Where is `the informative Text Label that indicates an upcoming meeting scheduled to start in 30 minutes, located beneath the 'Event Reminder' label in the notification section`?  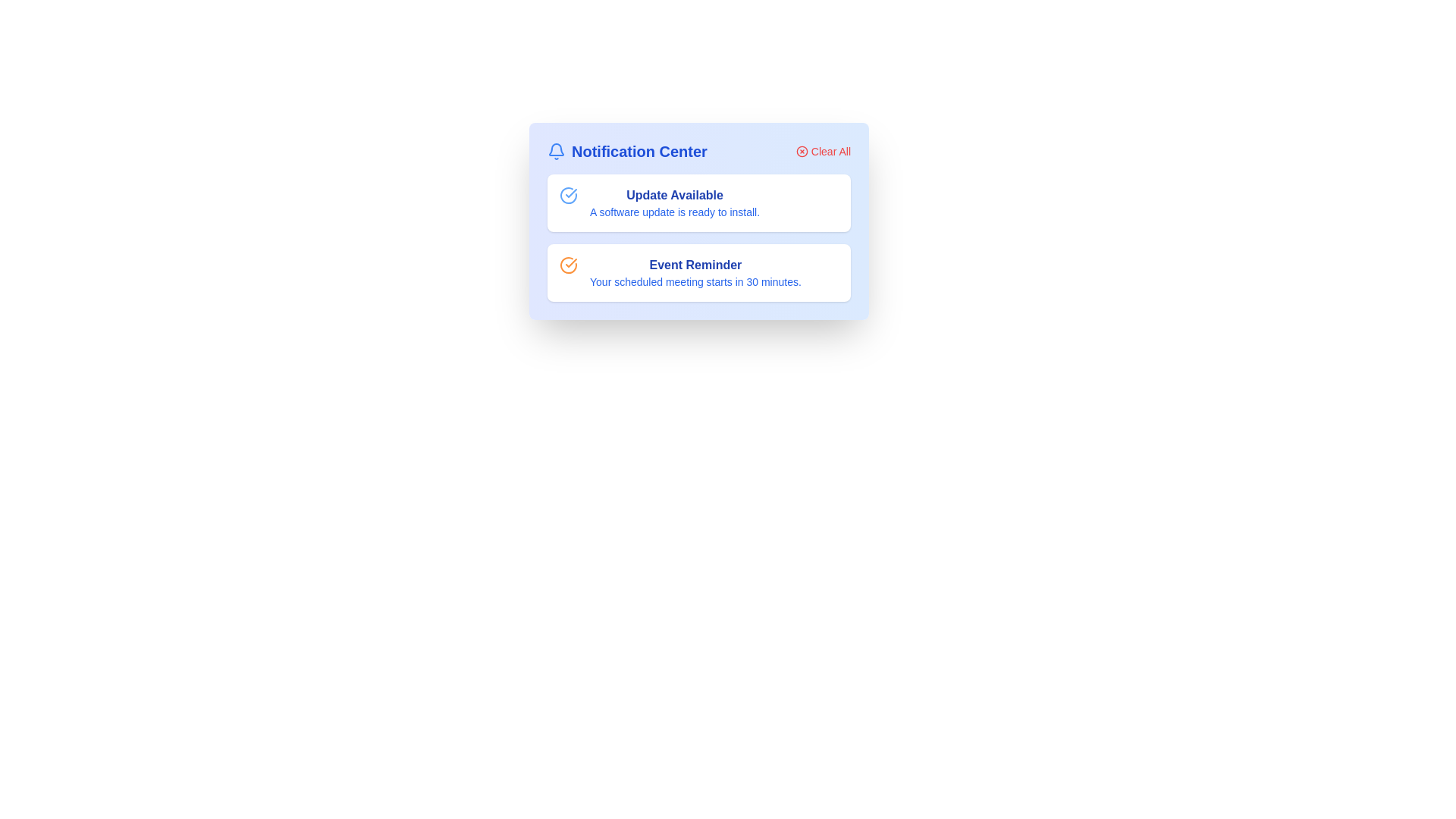 the informative Text Label that indicates an upcoming meeting scheduled to start in 30 minutes, located beneath the 'Event Reminder' label in the notification section is located at coordinates (695, 281).